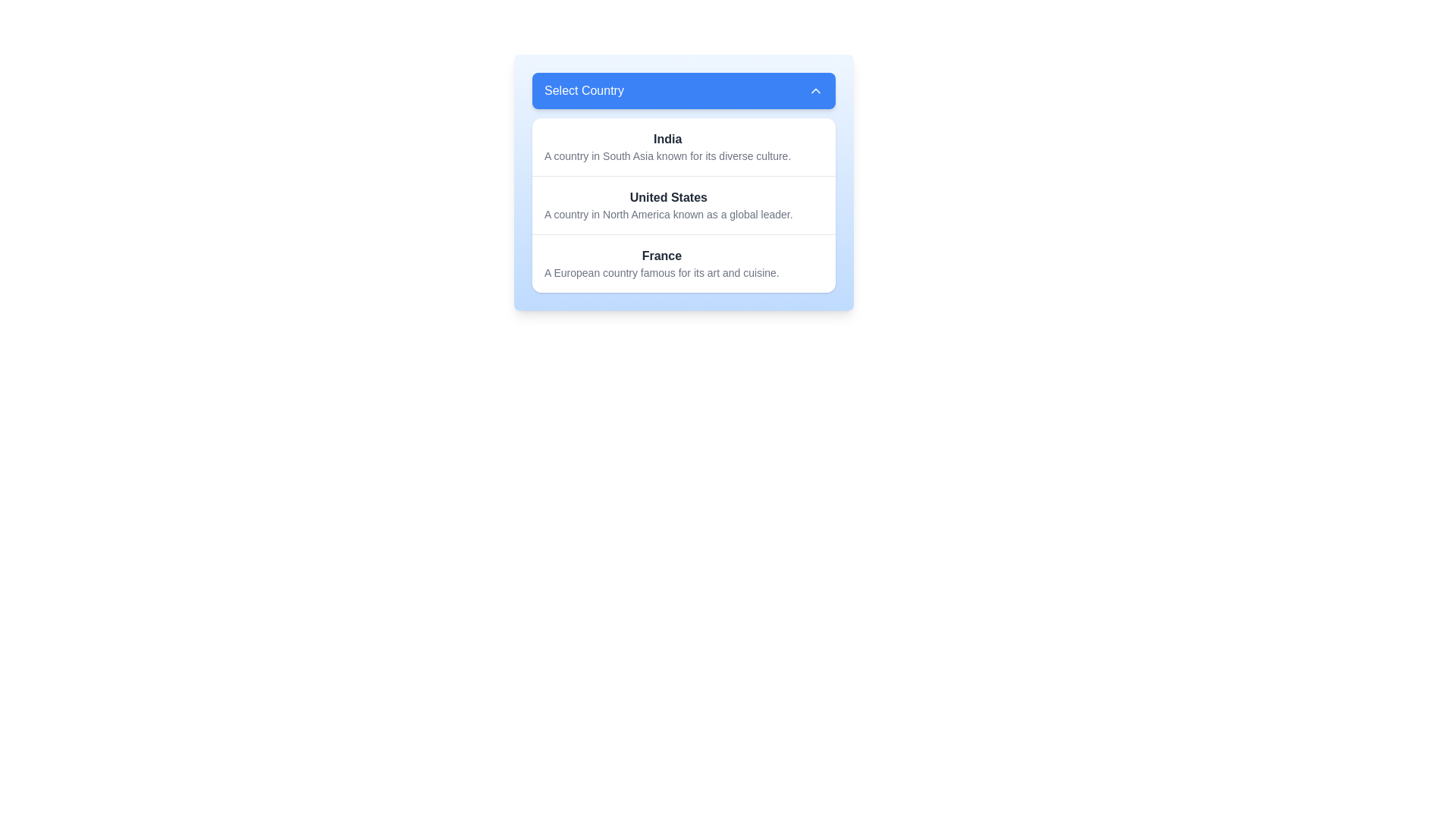  Describe the element at coordinates (683, 181) in the screenshot. I see `an individual country from the dropdown selector located centrally beneath the title bar by clicking on it` at that location.